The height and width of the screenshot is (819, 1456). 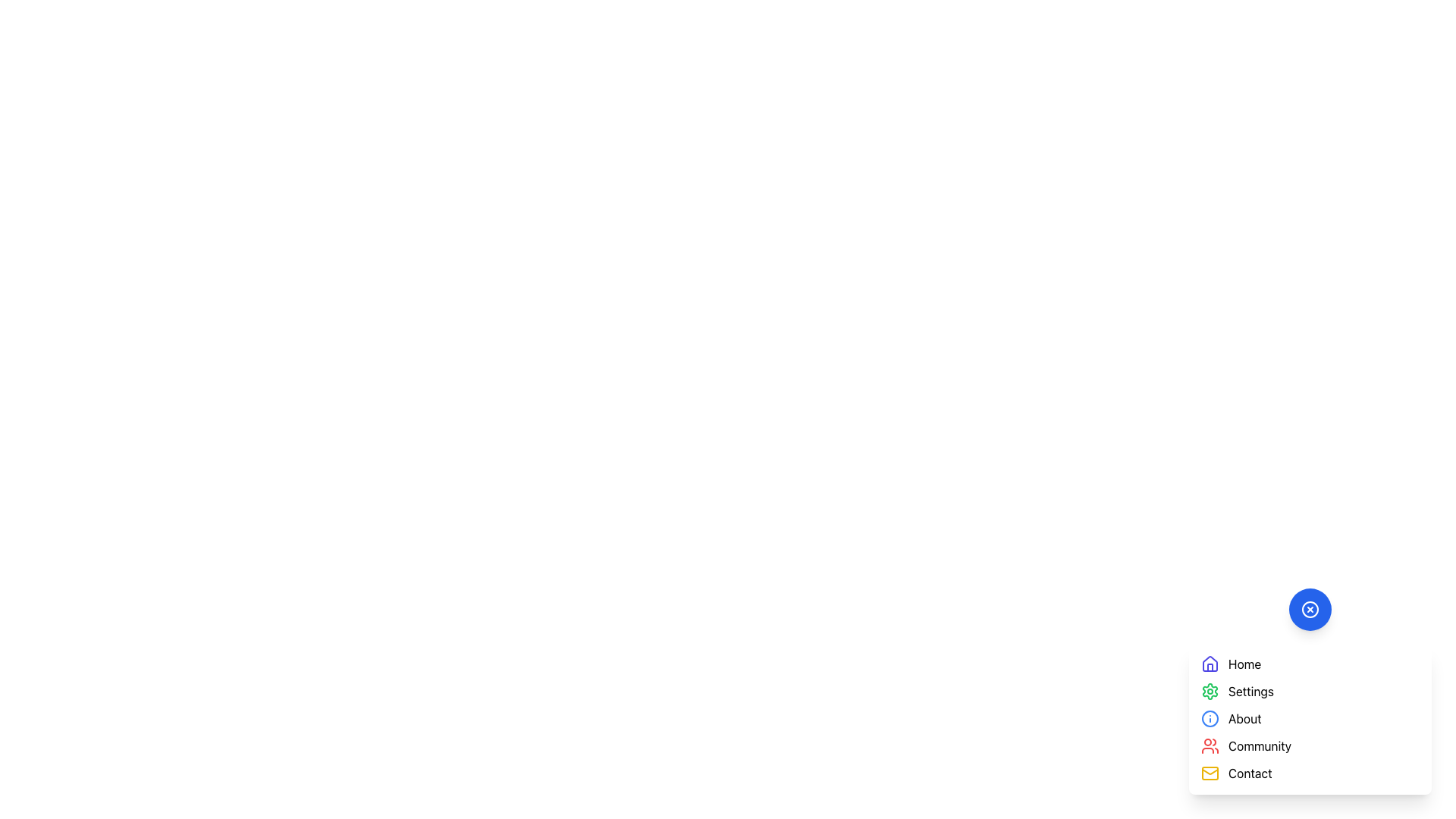 I want to click on the 'Home' menu item's text label, which is located next to the indigo house icon in the top vertical list of menu items, so click(x=1244, y=663).